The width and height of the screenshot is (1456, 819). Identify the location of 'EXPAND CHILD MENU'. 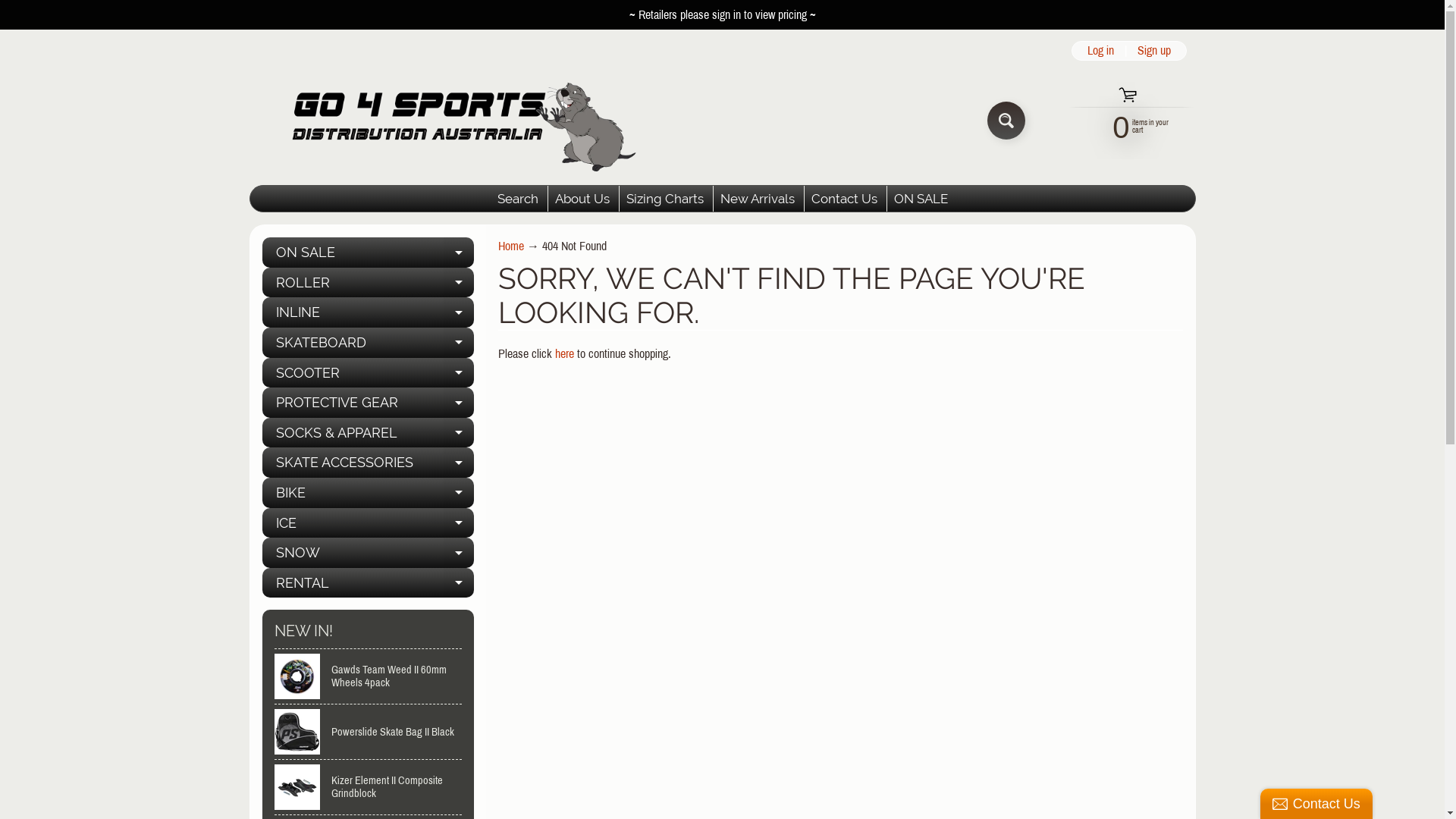
(457, 553).